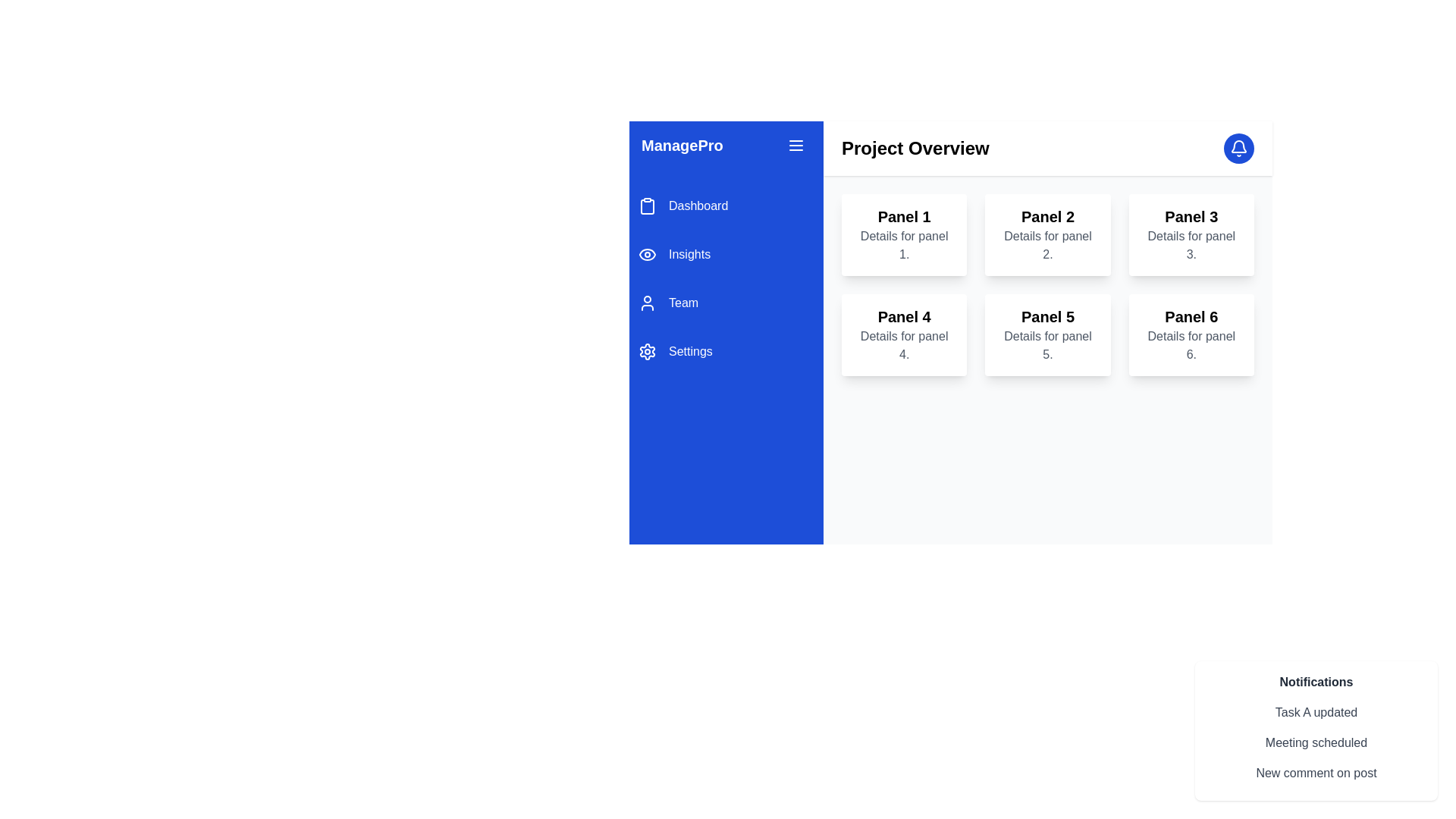 Image resolution: width=1456 pixels, height=819 pixels. Describe the element at coordinates (689, 253) in the screenshot. I see `the 'Insights' text label in the vertical navigation menu, which is styled in white on a blue background and located between the 'Dashboard' and 'Team' labels` at that location.